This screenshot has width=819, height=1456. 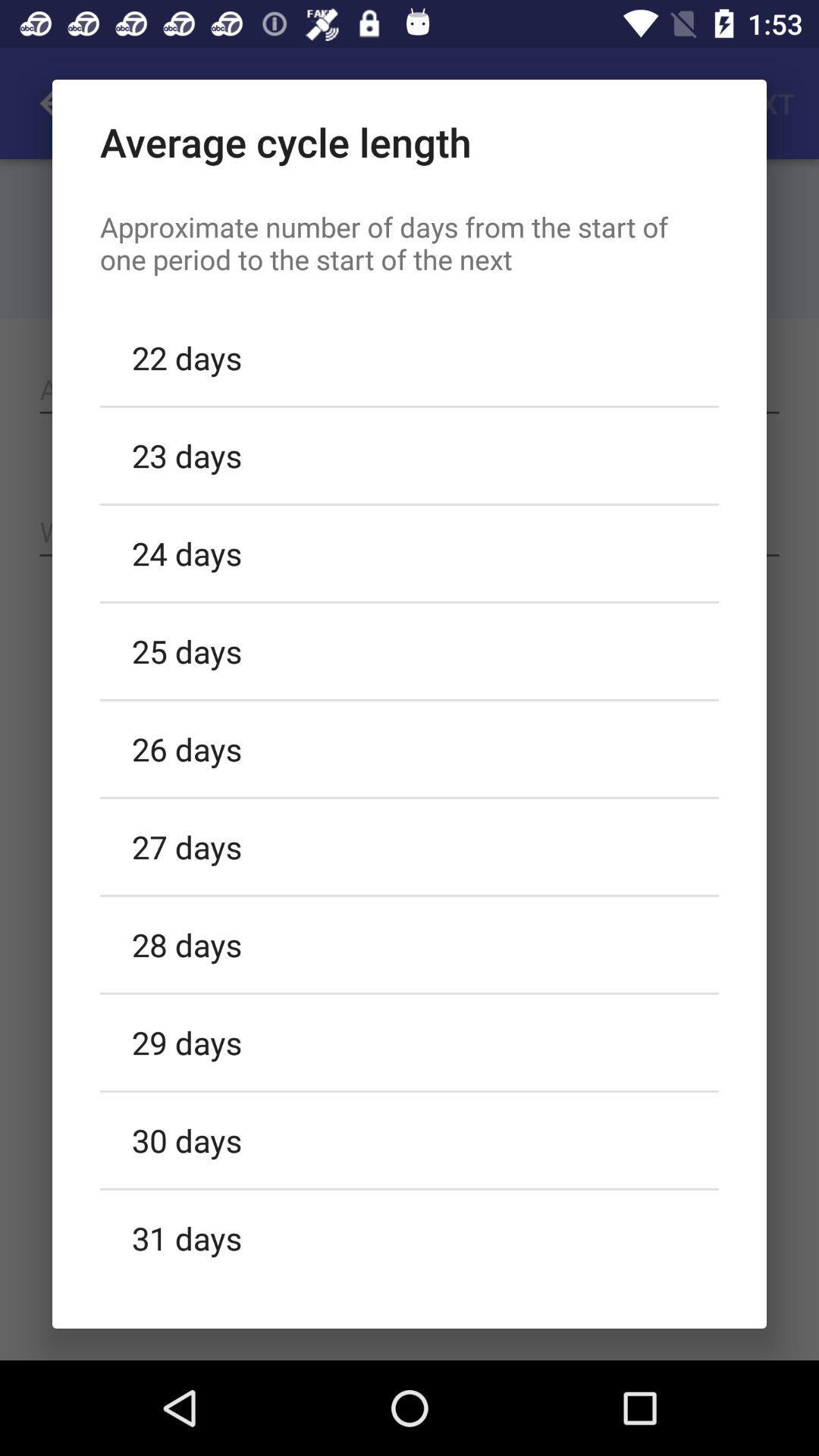 What do you see at coordinates (409, 454) in the screenshot?
I see `23 days item` at bounding box center [409, 454].